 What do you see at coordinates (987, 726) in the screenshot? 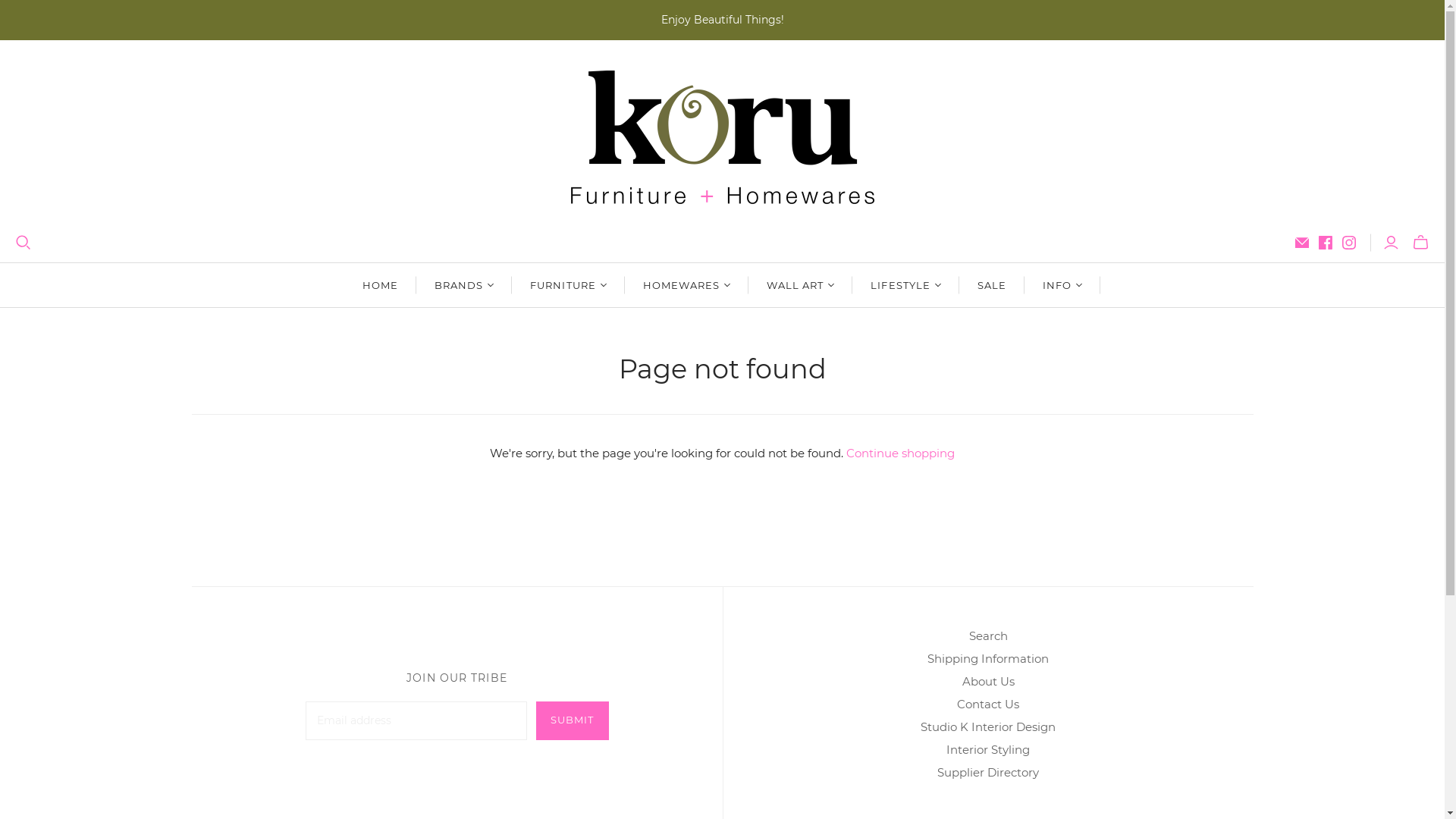
I see `'Studio K Interior Design'` at bounding box center [987, 726].